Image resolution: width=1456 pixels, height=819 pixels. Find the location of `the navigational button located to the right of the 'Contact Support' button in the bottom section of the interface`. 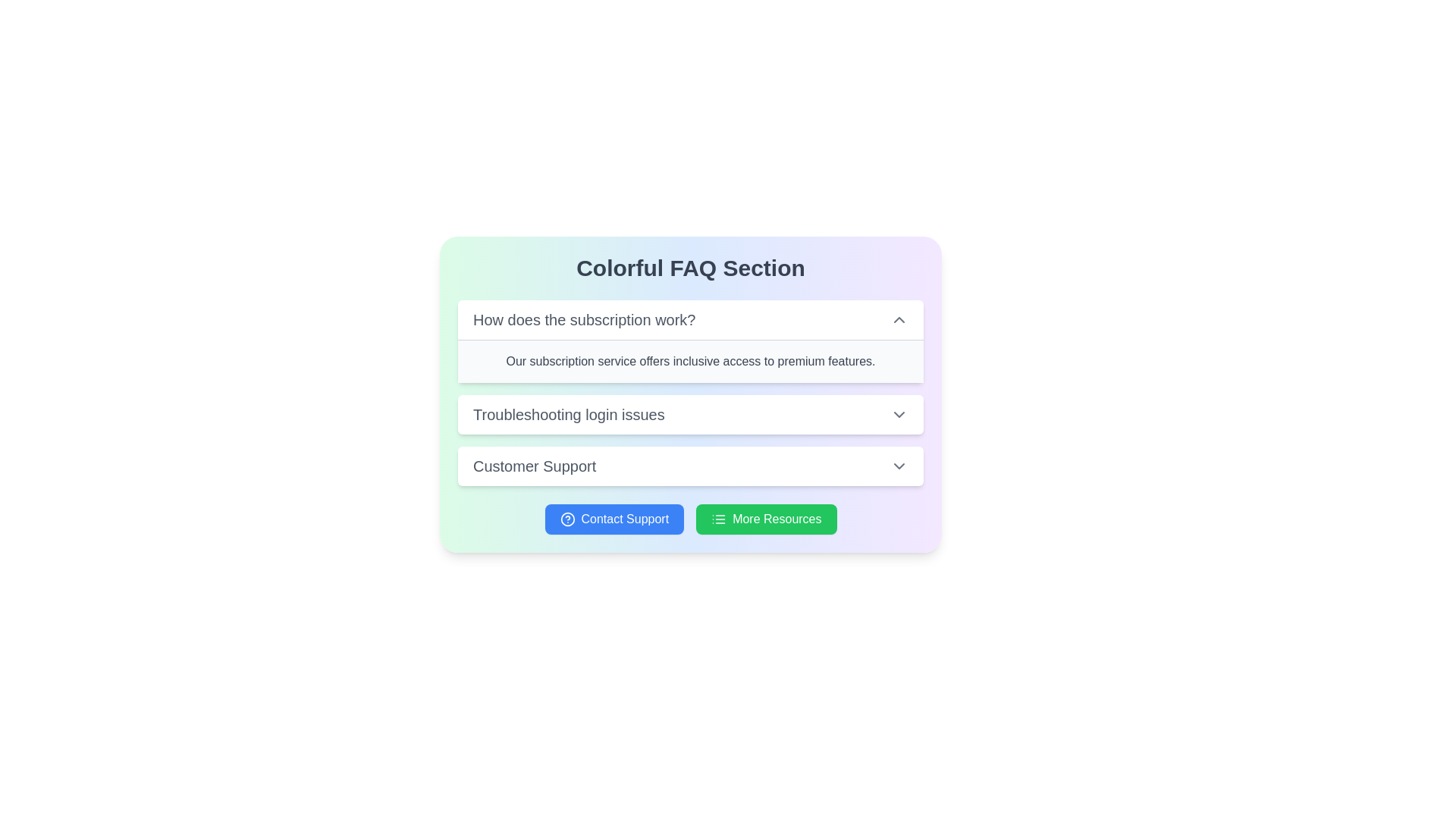

the navigational button located to the right of the 'Contact Support' button in the bottom section of the interface is located at coordinates (766, 519).